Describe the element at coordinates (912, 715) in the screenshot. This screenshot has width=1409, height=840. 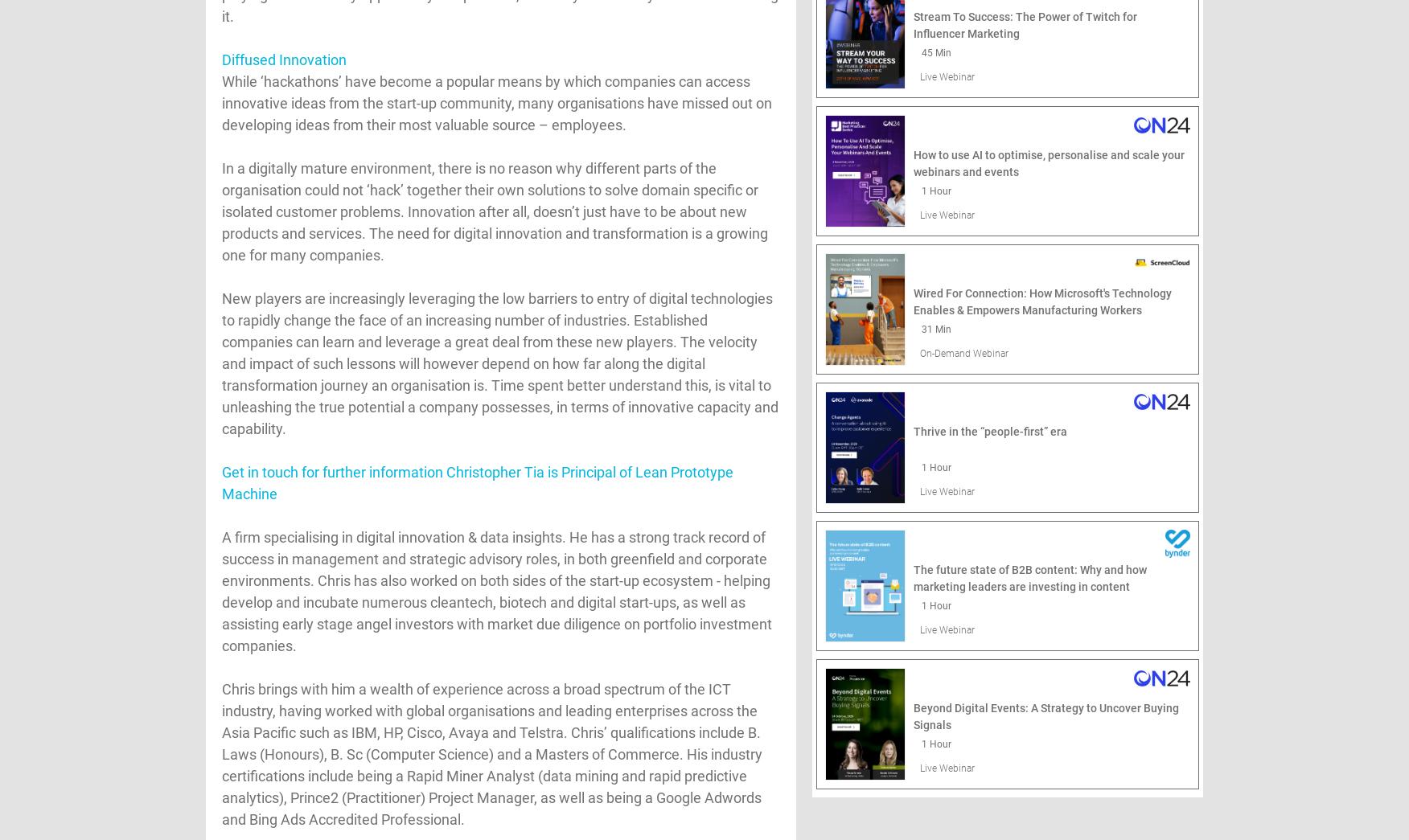
I see `'Beyond Digital Events: A Strategy to Uncover Buying Signals'` at that location.